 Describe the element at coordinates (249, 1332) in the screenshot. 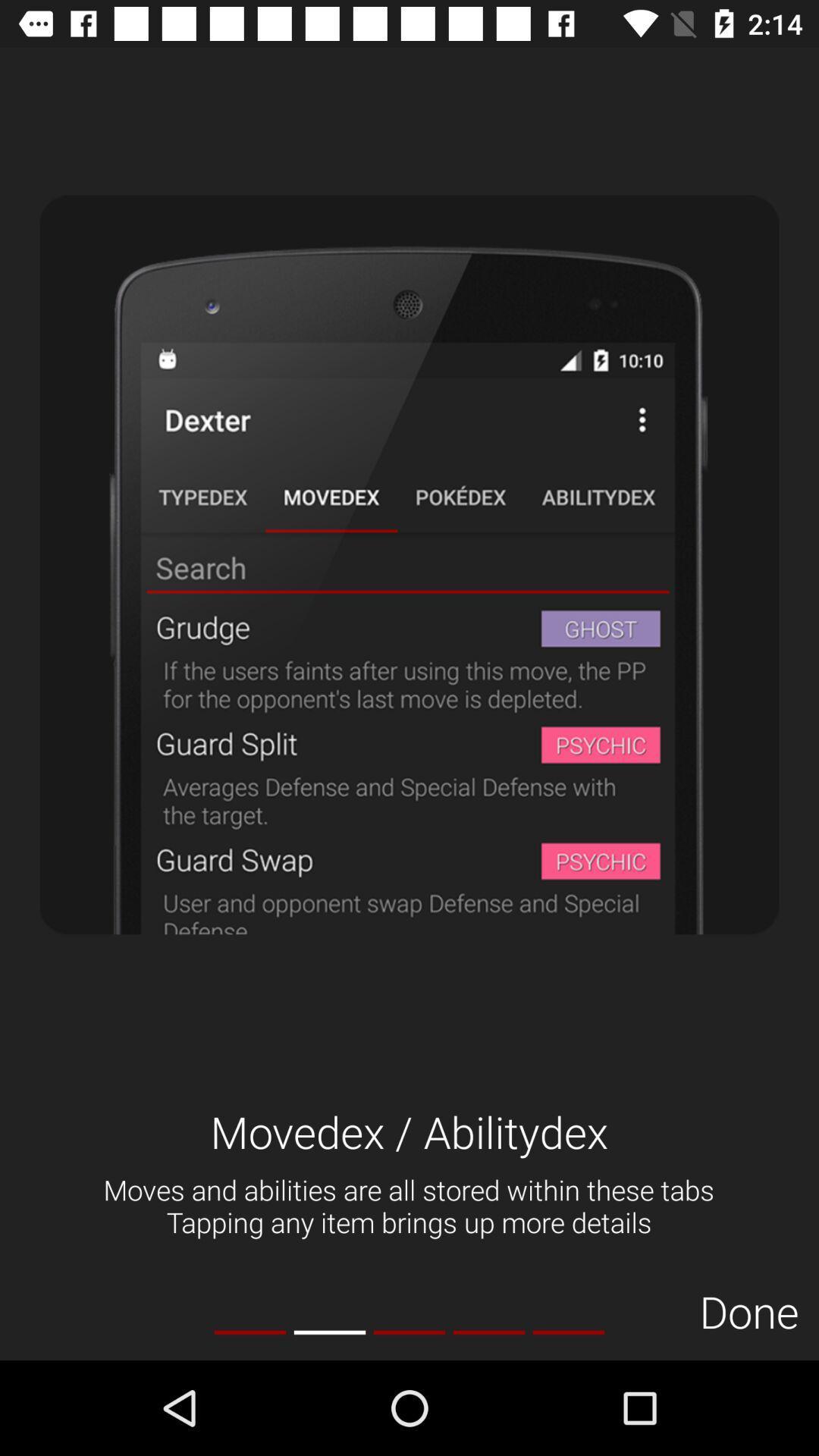

I see `item below moves and abilities item` at that location.